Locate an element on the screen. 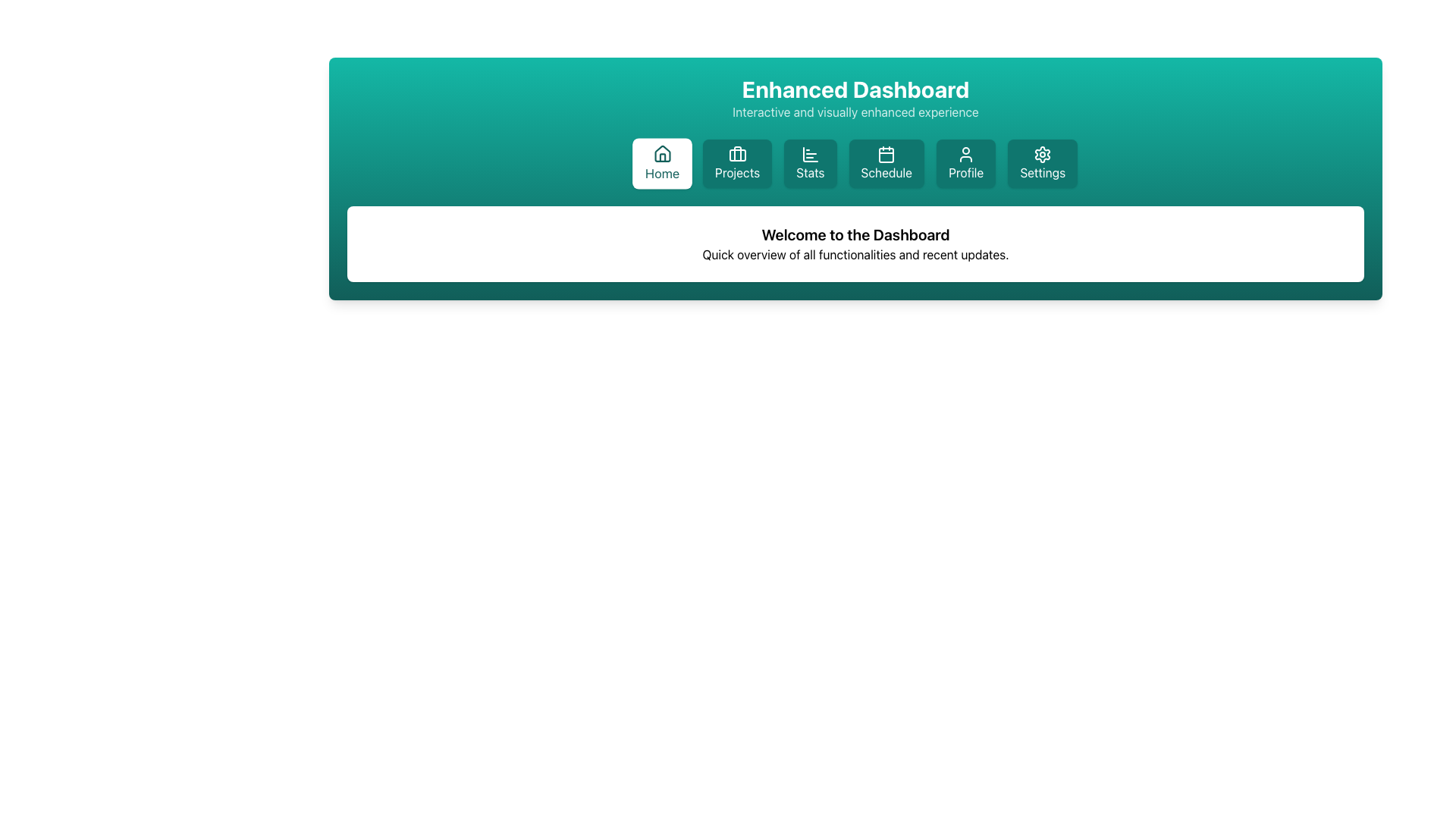  text label that identifies the navigation button leading to the 'Projects' section, located between the 'Home' and 'Stats' buttons in the top navigation bar is located at coordinates (737, 171).